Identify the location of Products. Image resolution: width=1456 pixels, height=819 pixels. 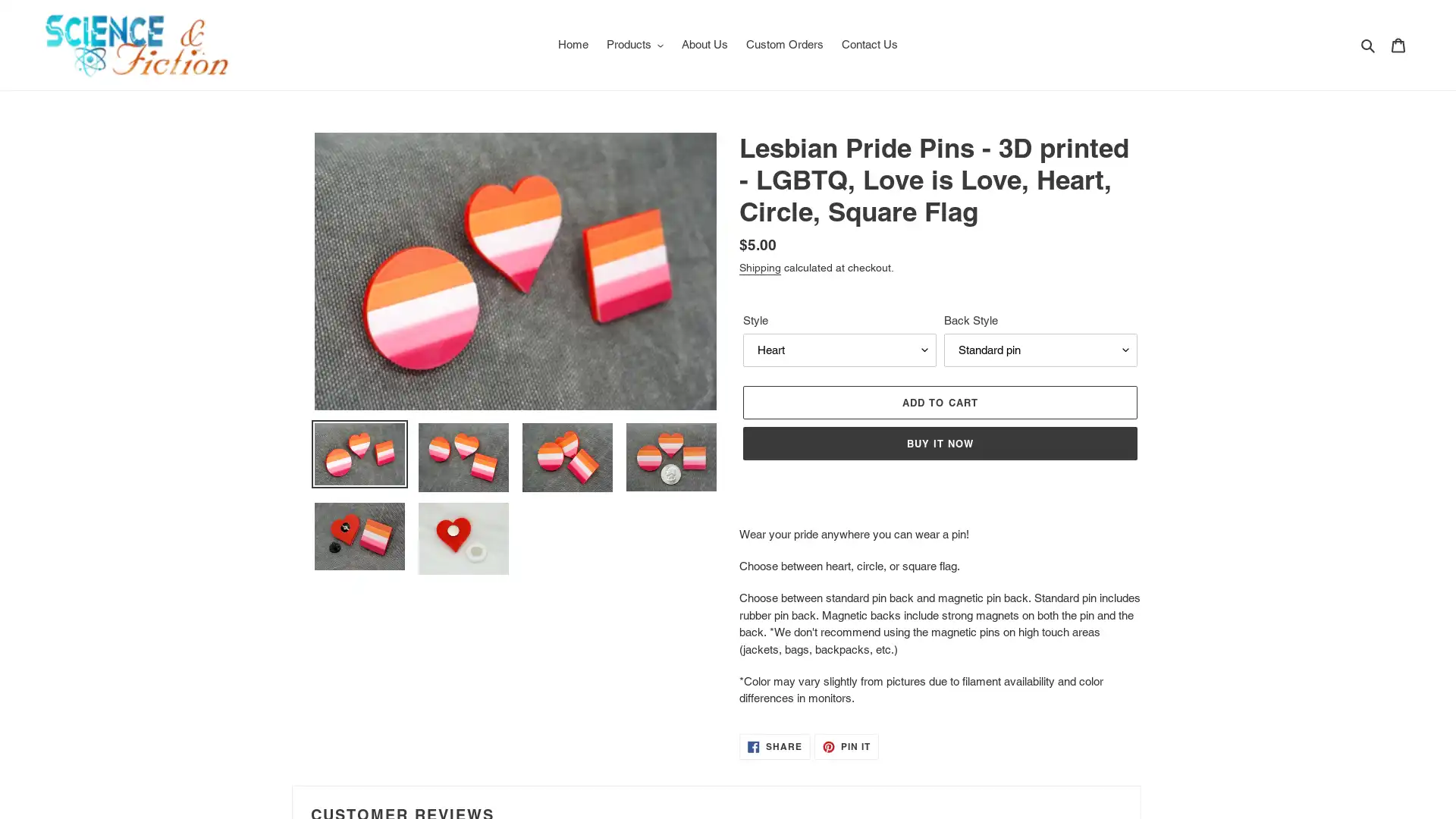
(634, 43).